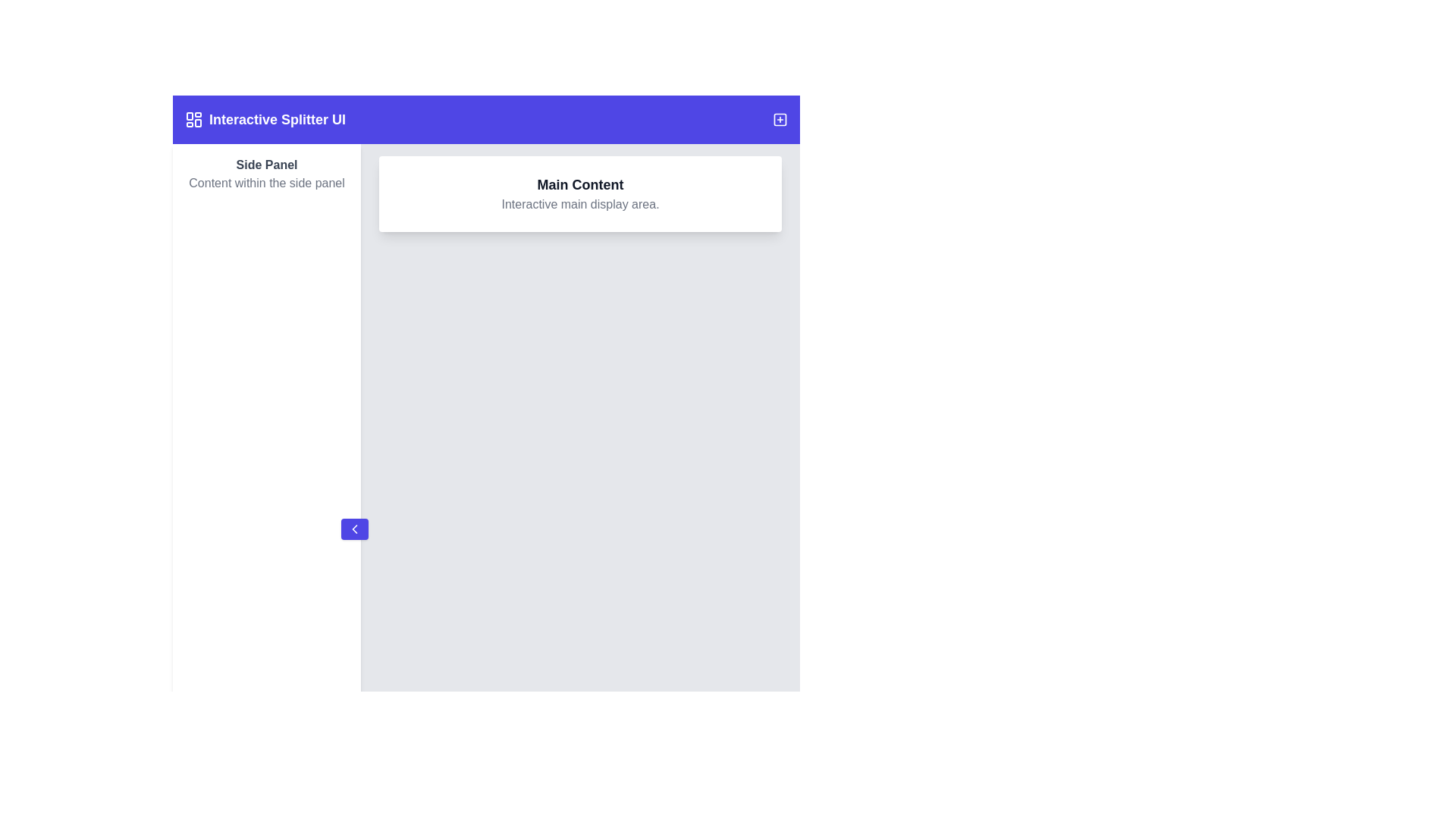 The height and width of the screenshot is (819, 1456). Describe the element at coordinates (265, 119) in the screenshot. I see `the text label reading 'Interactive Splitter UI' located in the purple navigation bar at the top of the interface, adjacent to the dashboard icon` at that location.